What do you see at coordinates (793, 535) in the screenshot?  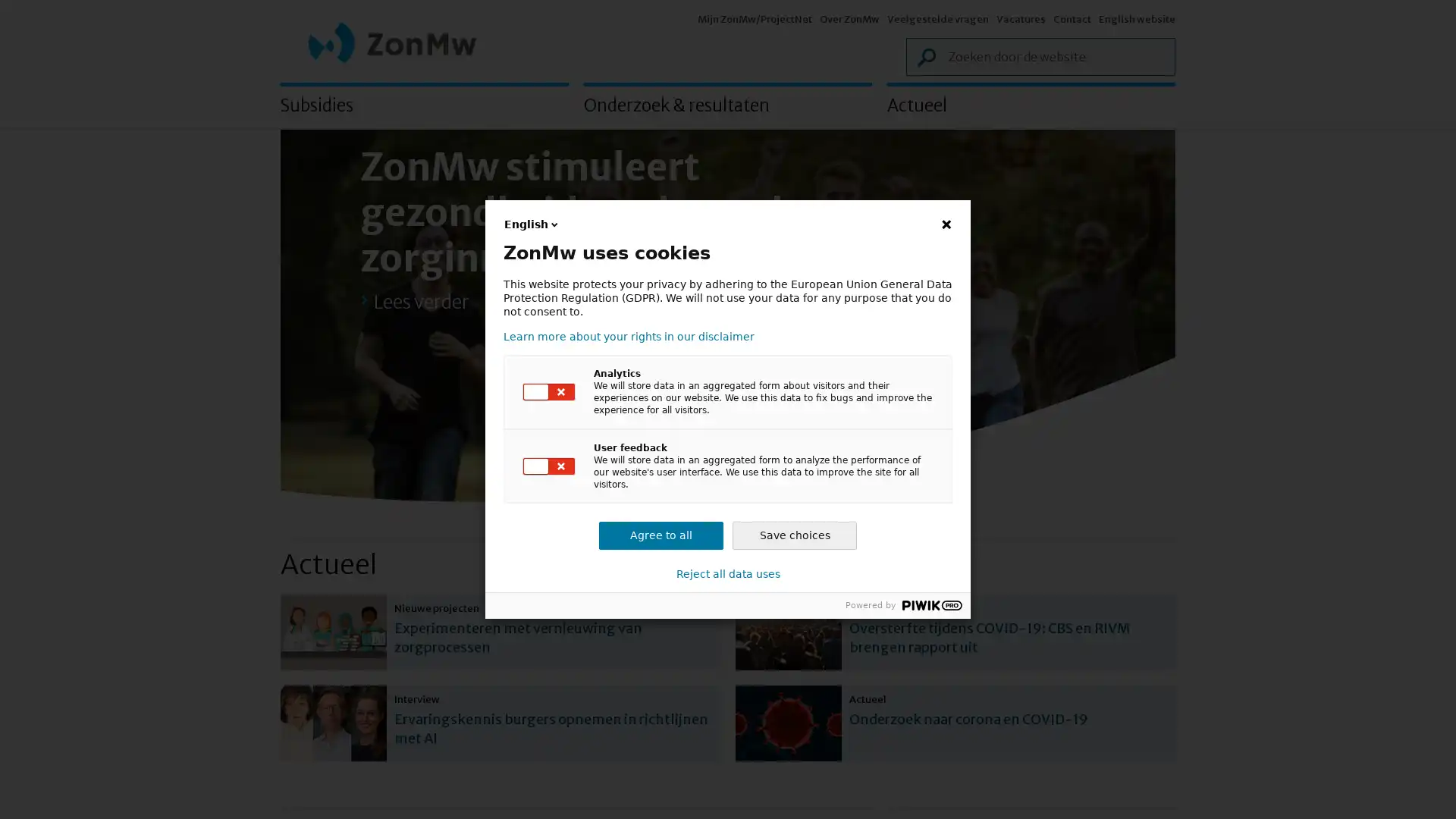 I see `Save choices` at bounding box center [793, 535].